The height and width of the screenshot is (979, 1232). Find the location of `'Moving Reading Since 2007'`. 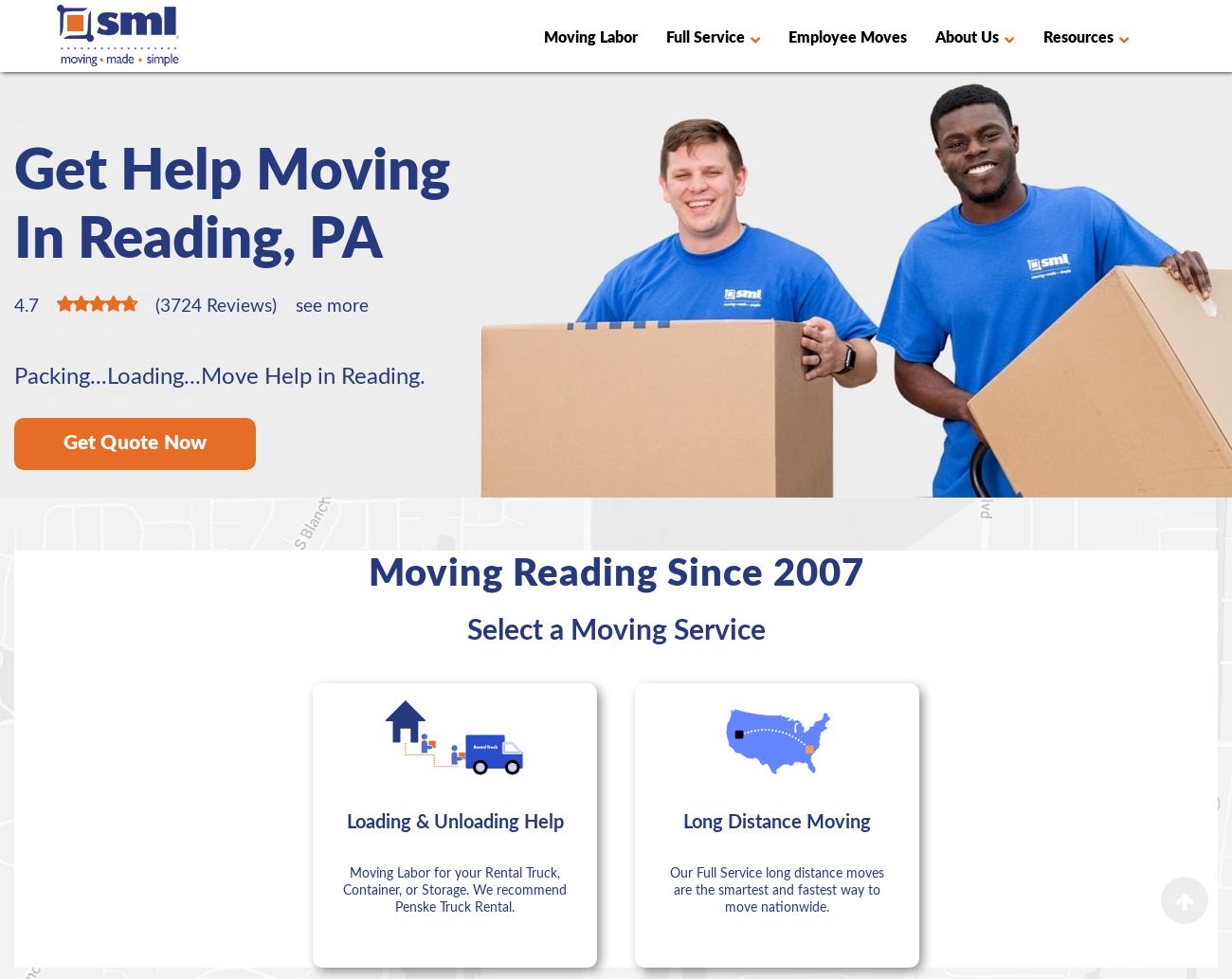

'Moving Reading Since 2007' is located at coordinates (368, 572).